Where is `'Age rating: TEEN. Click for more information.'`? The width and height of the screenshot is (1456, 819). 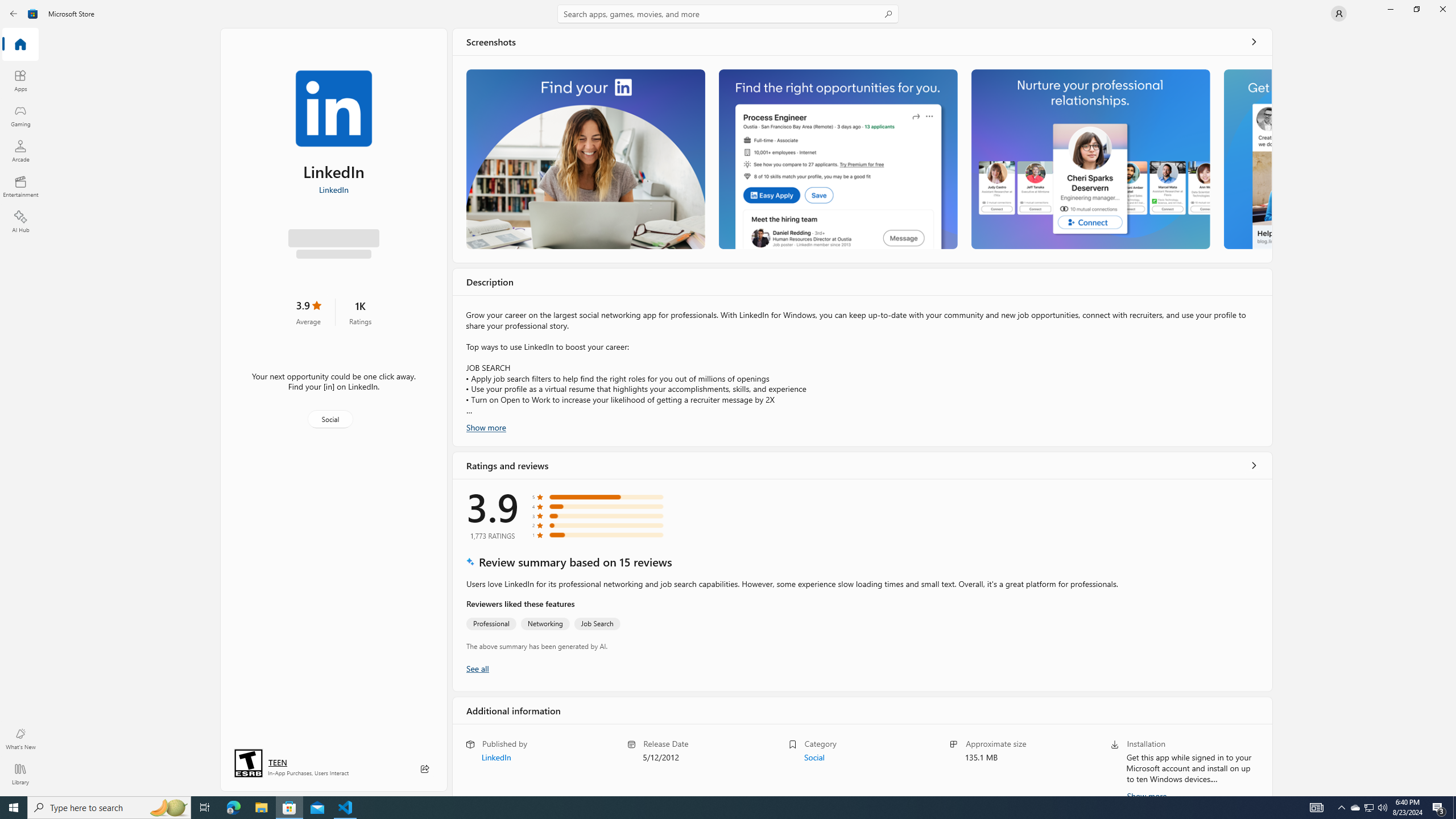
'Age rating: TEEN. Click for more information.' is located at coordinates (276, 762).